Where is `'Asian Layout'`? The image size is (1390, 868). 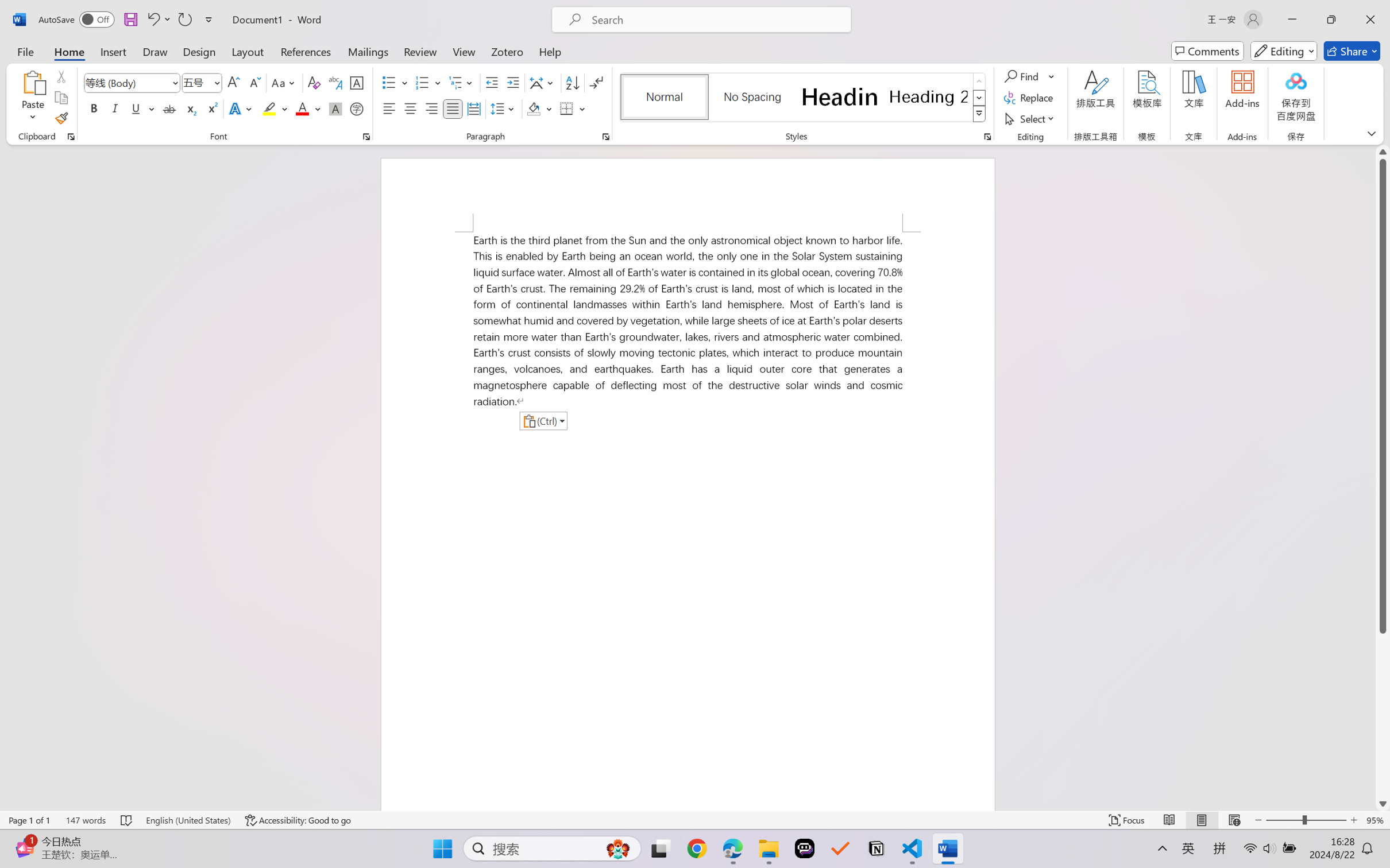
'Asian Layout' is located at coordinates (542, 83).